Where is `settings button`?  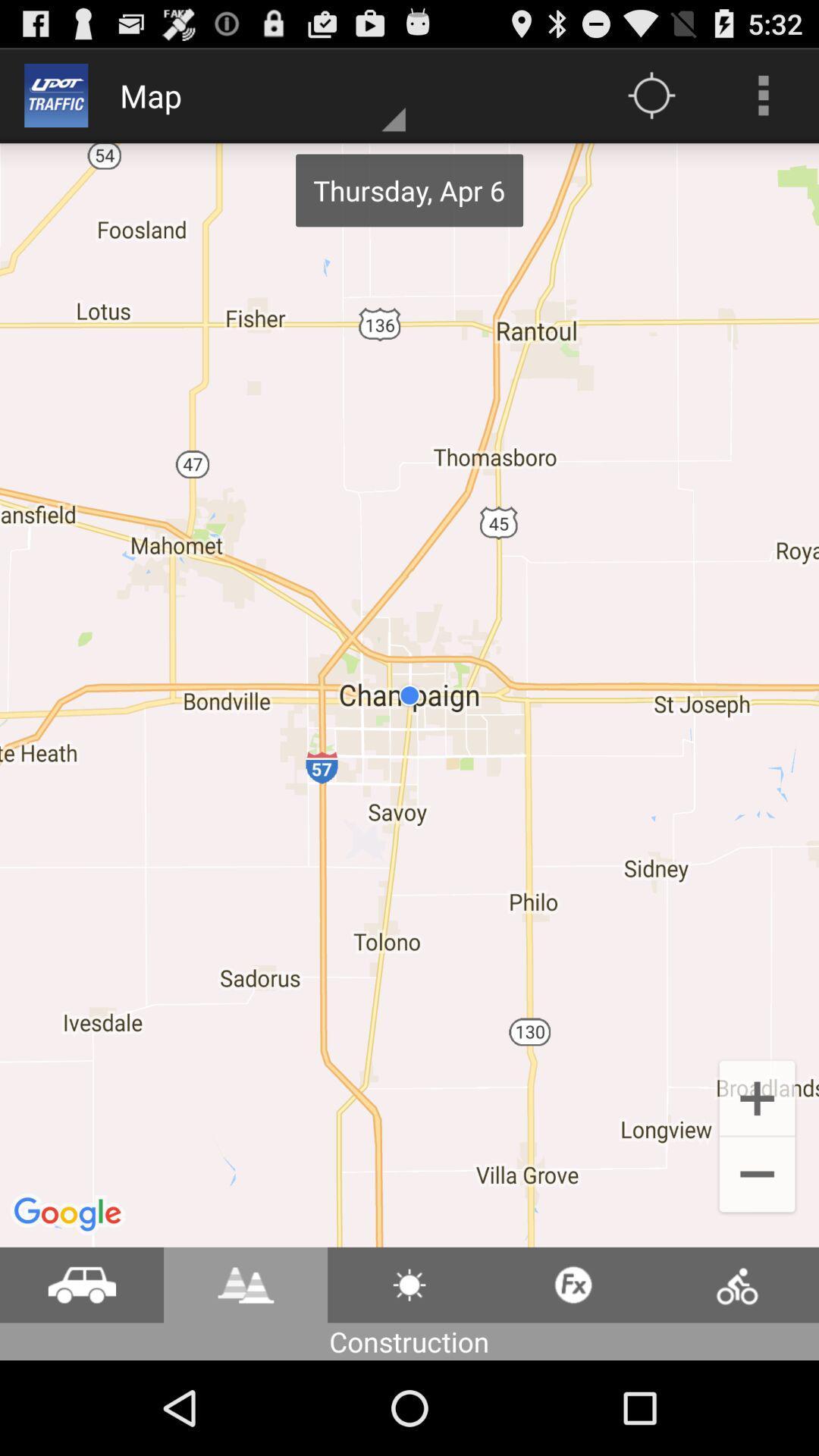 settings button is located at coordinates (409, 1284).